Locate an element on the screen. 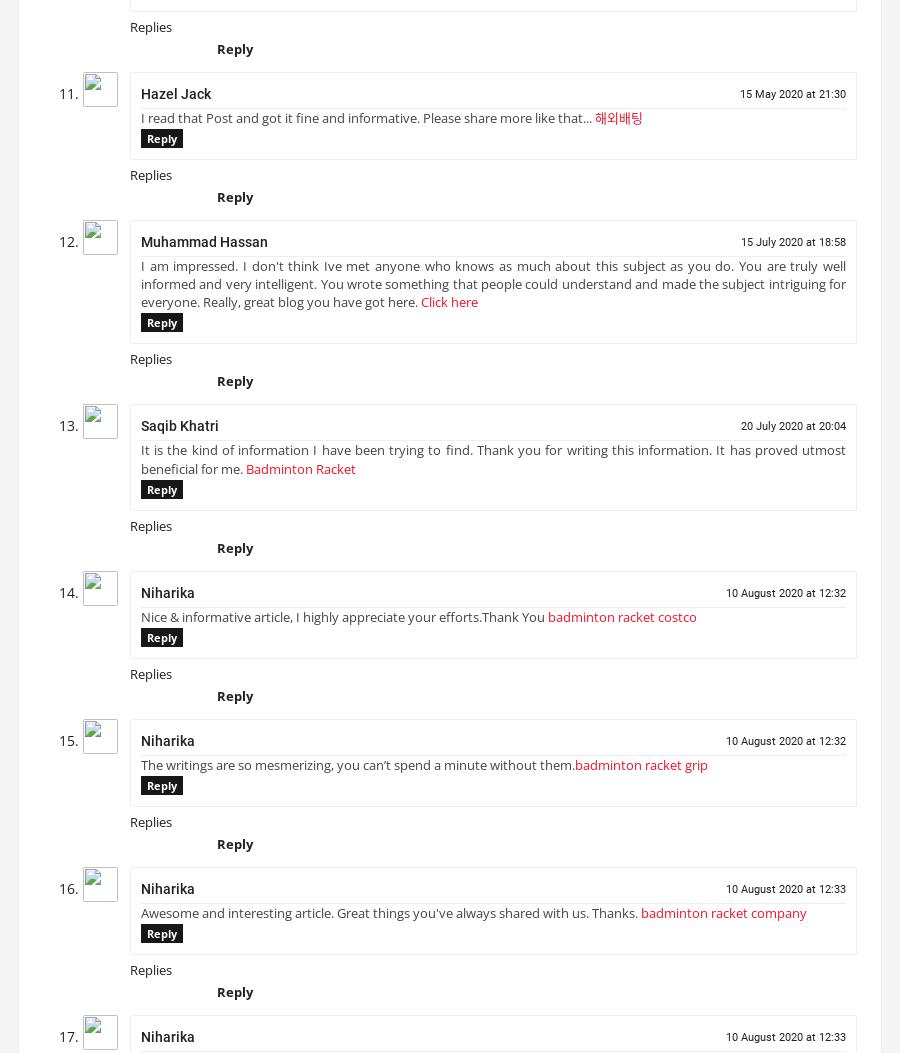 Image resolution: width=900 pixels, height=1053 pixels. 'I read that Post and got it fine and informative. Please share more like that...' is located at coordinates (368, 124).